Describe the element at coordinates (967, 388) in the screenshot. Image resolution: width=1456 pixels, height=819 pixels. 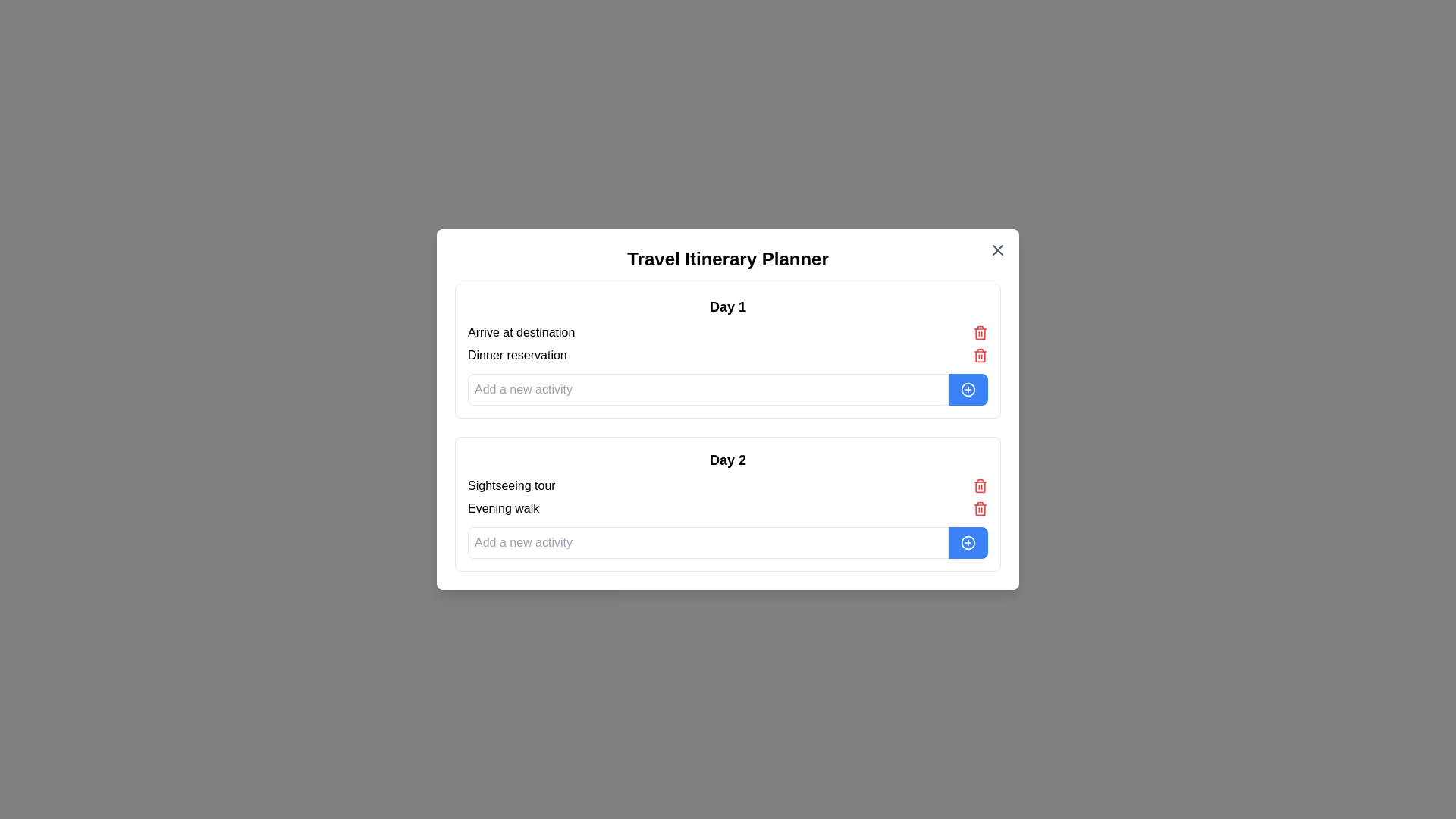
I see `the small blue button with a plus sign` at that location.